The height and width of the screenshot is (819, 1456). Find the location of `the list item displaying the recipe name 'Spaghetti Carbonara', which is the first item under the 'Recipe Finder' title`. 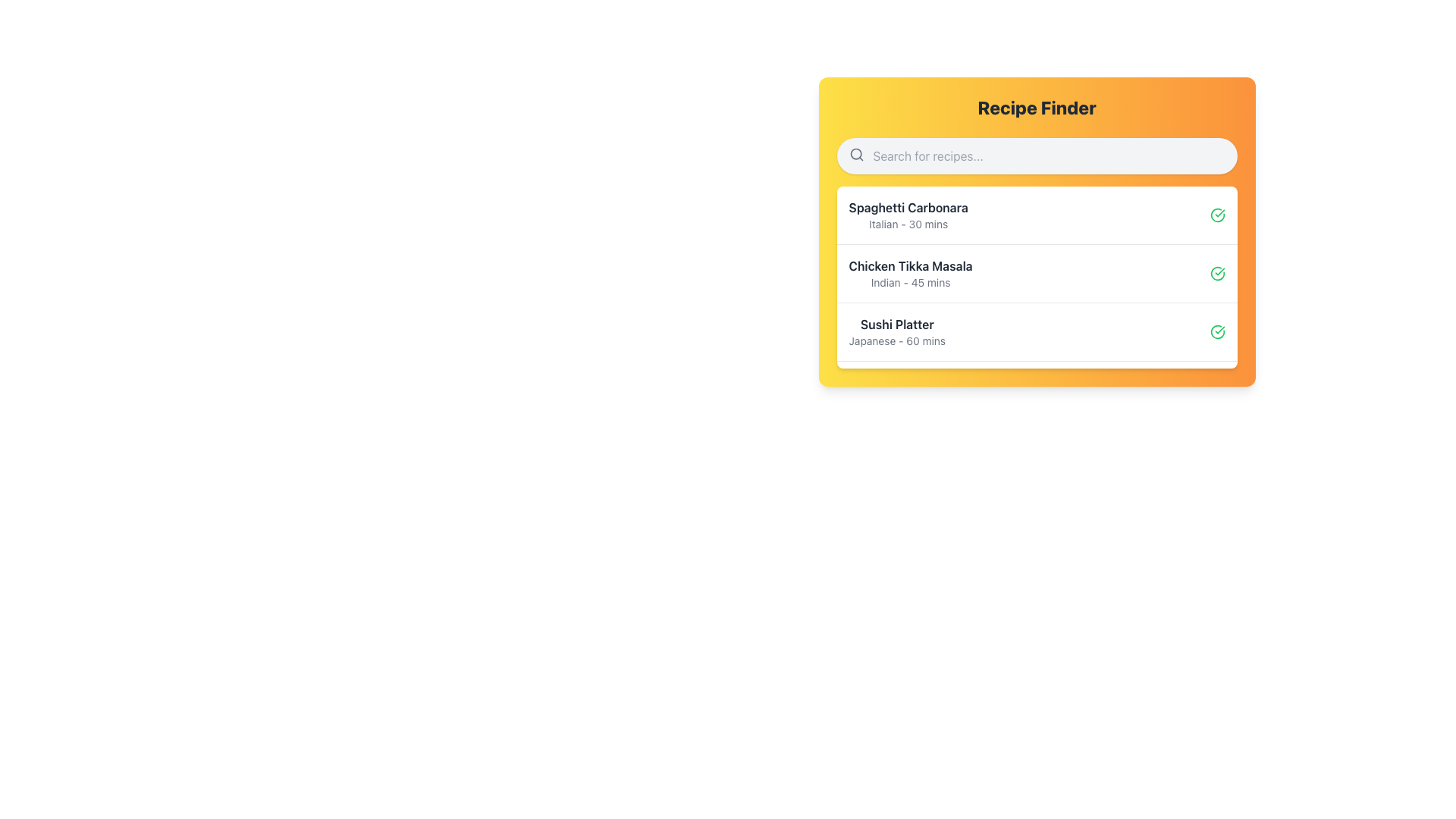

the list item displaying the recipe name 'Spaghetti Carbonara', which is the first item under the 'Recipe Finder' title is located at coordinates (1036, 215).